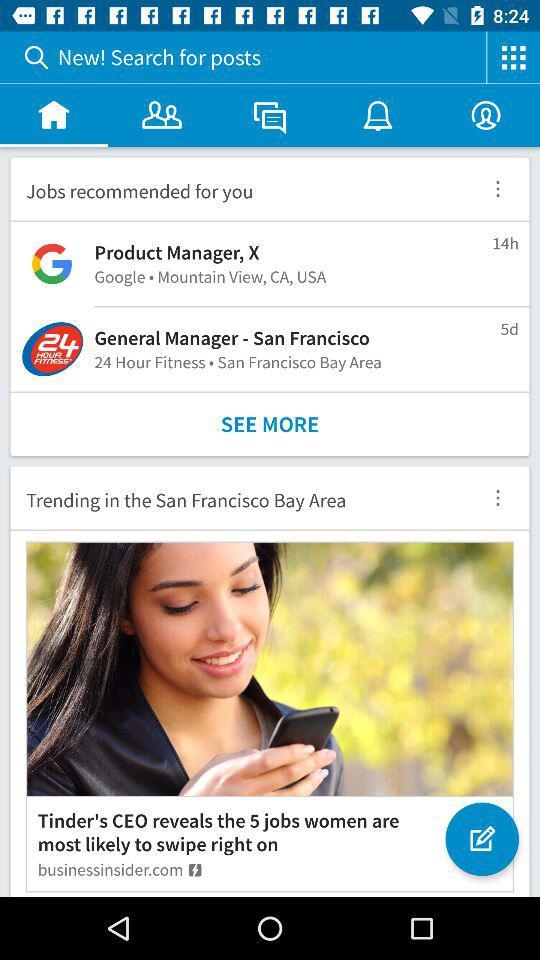 The height and width of the screenshot is (960, 540). Describe the element at coordinates (238, 189) in the screenshot. I see `the jobs recommended for` at that location.